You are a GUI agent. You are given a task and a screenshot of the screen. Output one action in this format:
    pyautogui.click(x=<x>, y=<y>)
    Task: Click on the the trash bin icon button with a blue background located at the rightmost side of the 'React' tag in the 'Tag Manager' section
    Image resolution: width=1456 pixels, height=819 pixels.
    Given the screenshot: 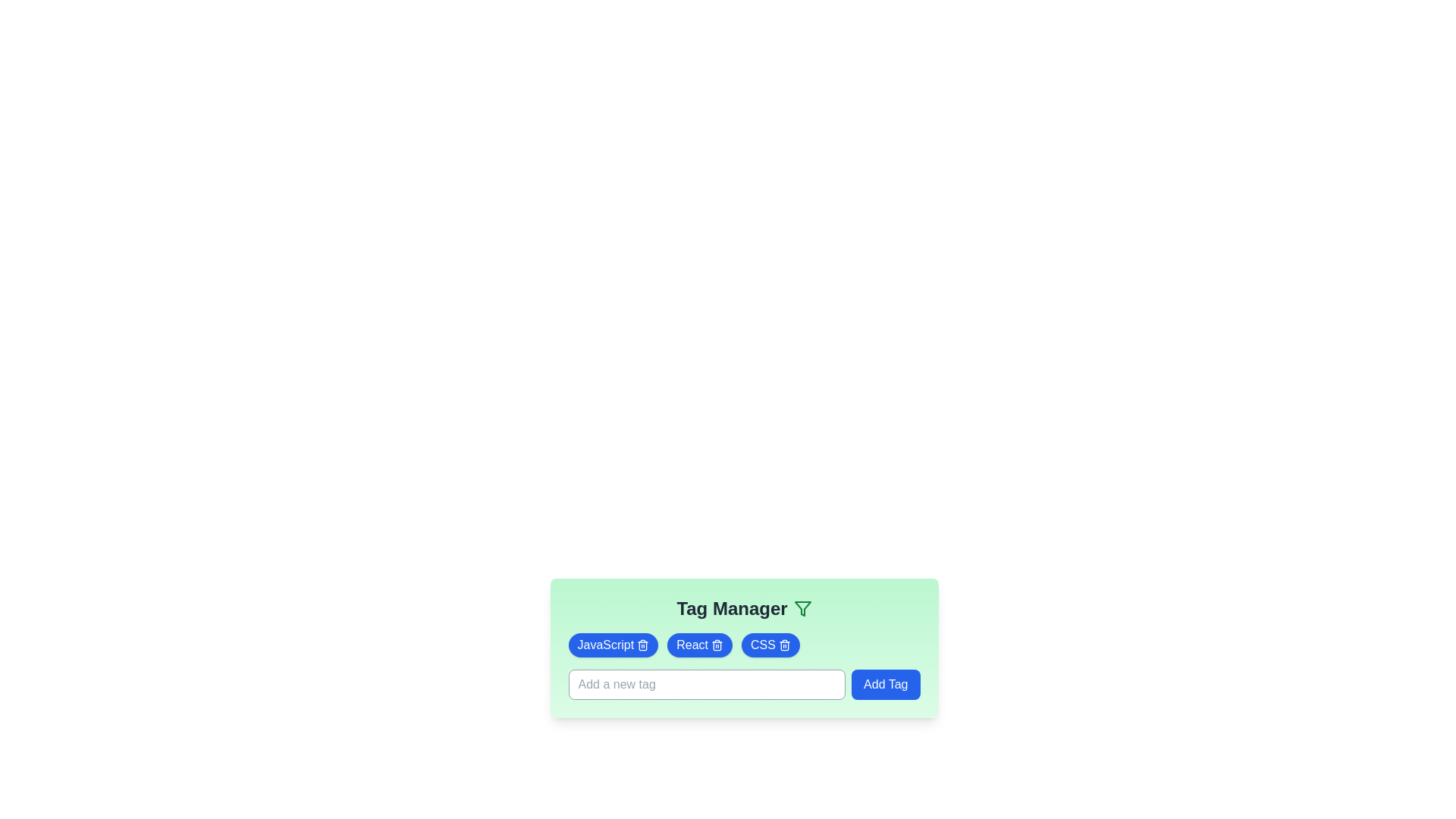 What is the action you would take?
    pyautogui.click(x=716, y=645)
    